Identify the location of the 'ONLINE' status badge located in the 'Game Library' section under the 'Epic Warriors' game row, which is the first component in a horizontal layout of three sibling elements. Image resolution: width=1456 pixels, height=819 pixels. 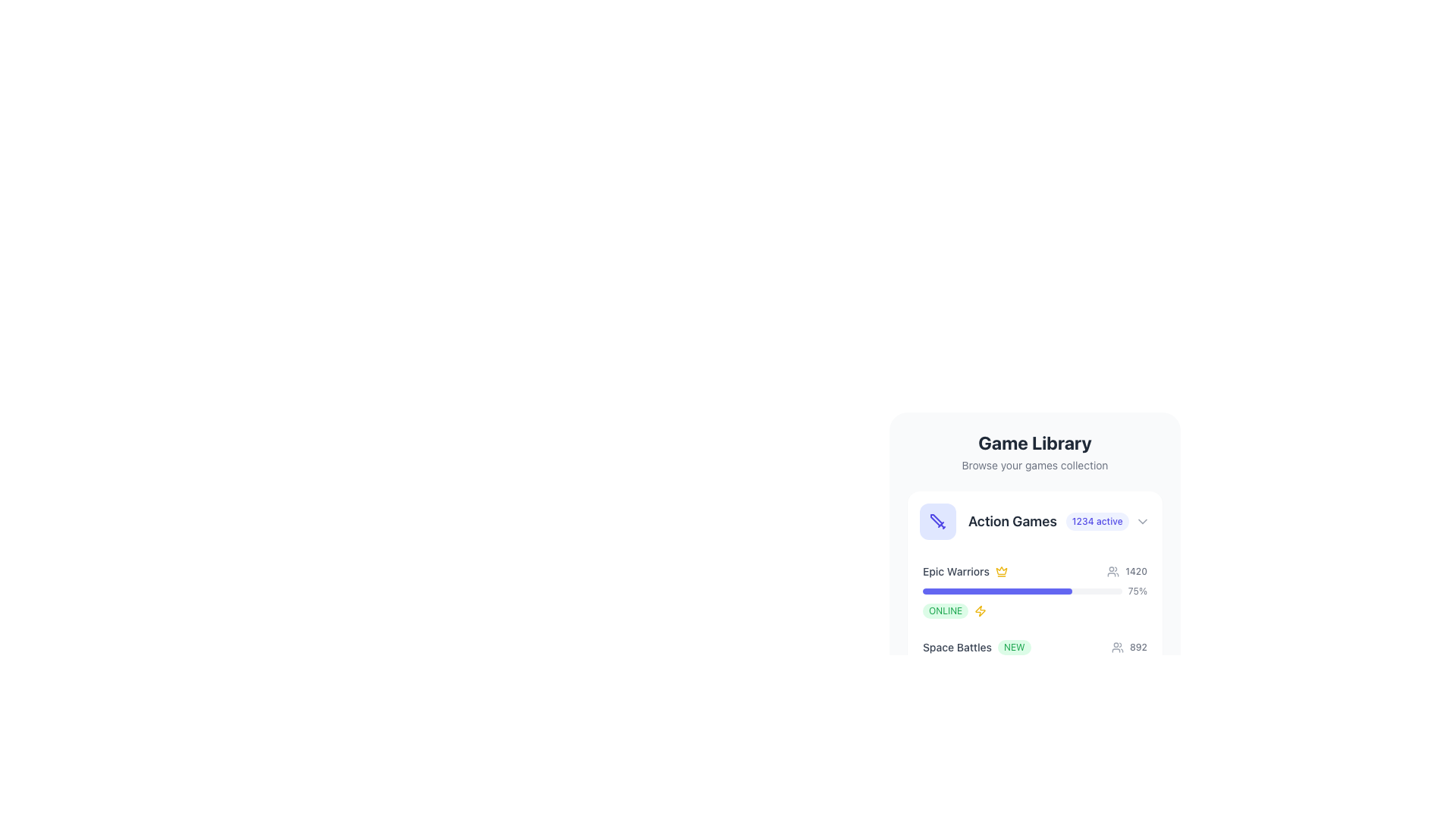
(945, 610).